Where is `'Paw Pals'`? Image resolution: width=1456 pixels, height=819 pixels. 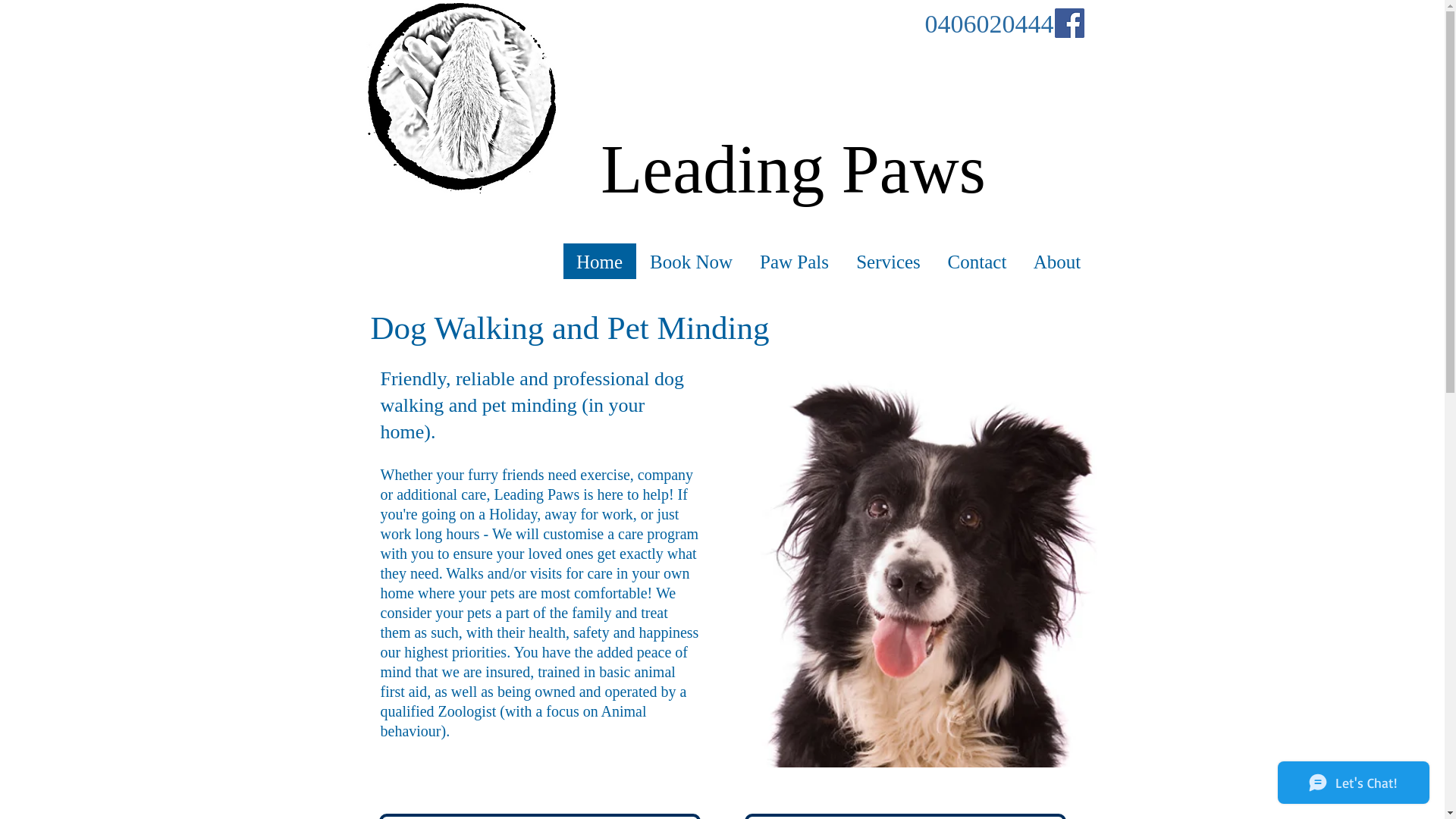
'Paw Pals' is located at coordinates (793, 261).